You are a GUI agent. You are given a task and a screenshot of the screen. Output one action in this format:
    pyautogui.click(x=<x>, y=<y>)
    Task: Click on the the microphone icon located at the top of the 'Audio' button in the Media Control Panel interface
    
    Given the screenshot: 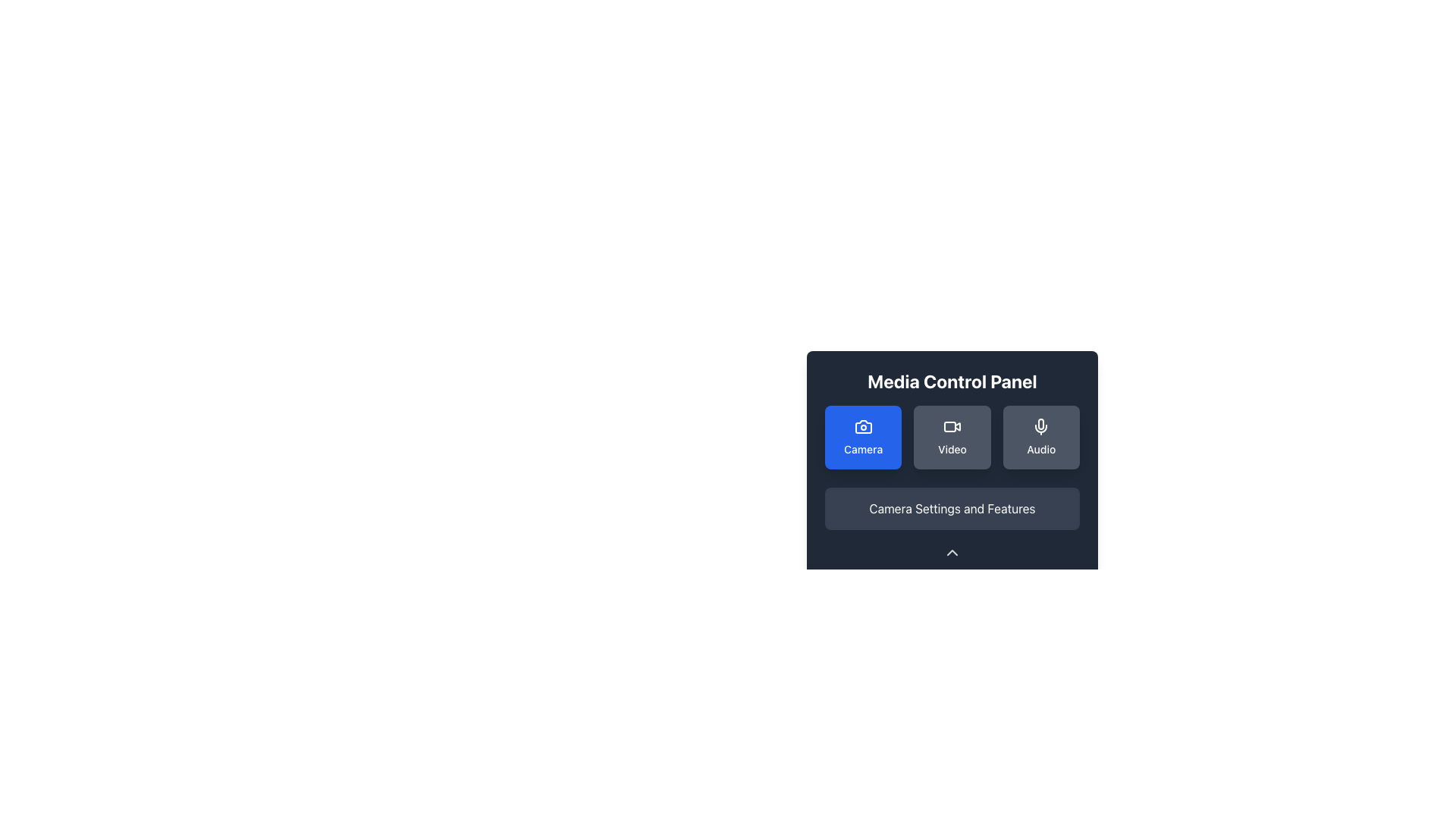 What is the action you would take?
    pyautogui.click(x=1040, y=427)
    